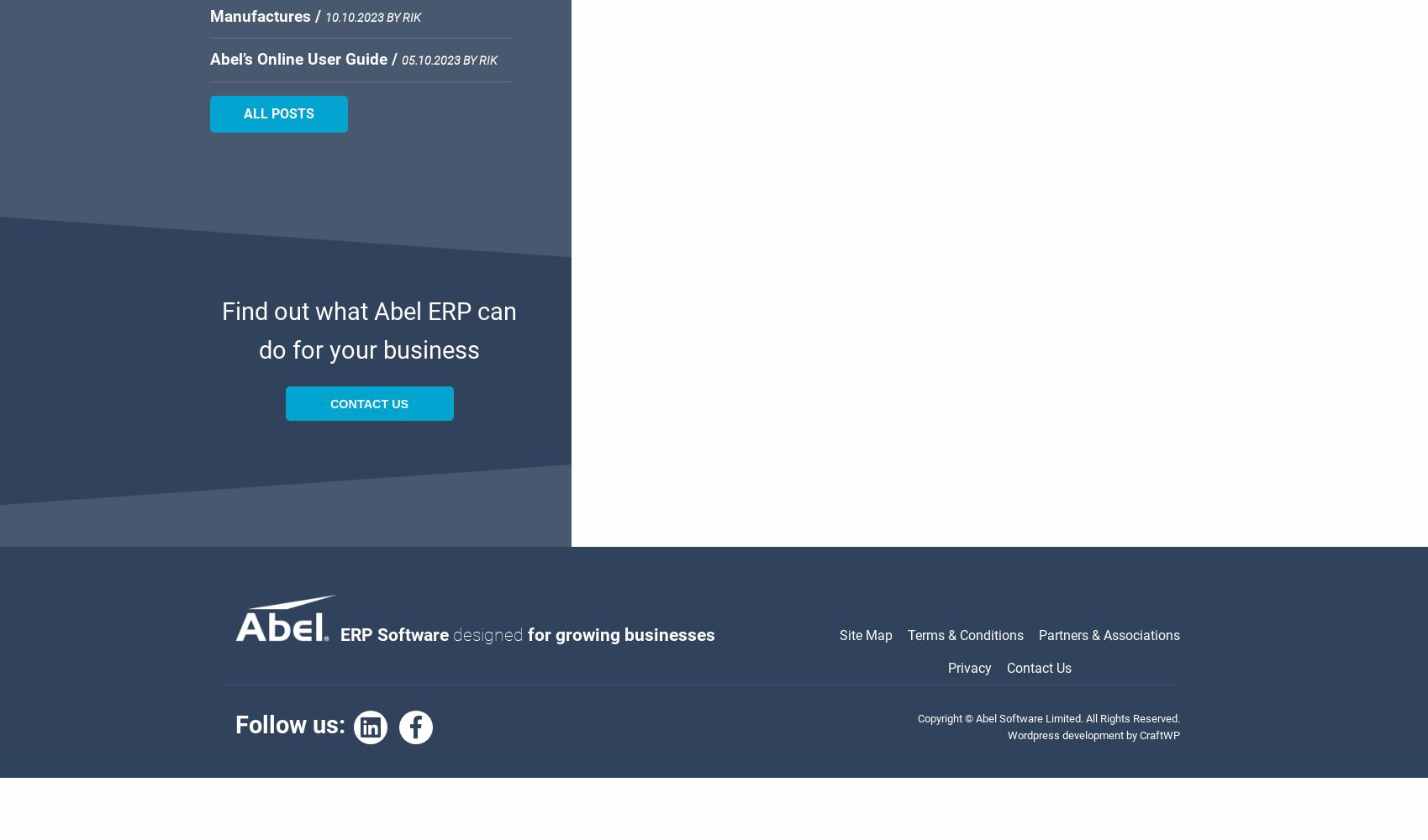  Describe the element at coordinates (395, 635) in the screenshot. I see `'ERP Software'` at that location.